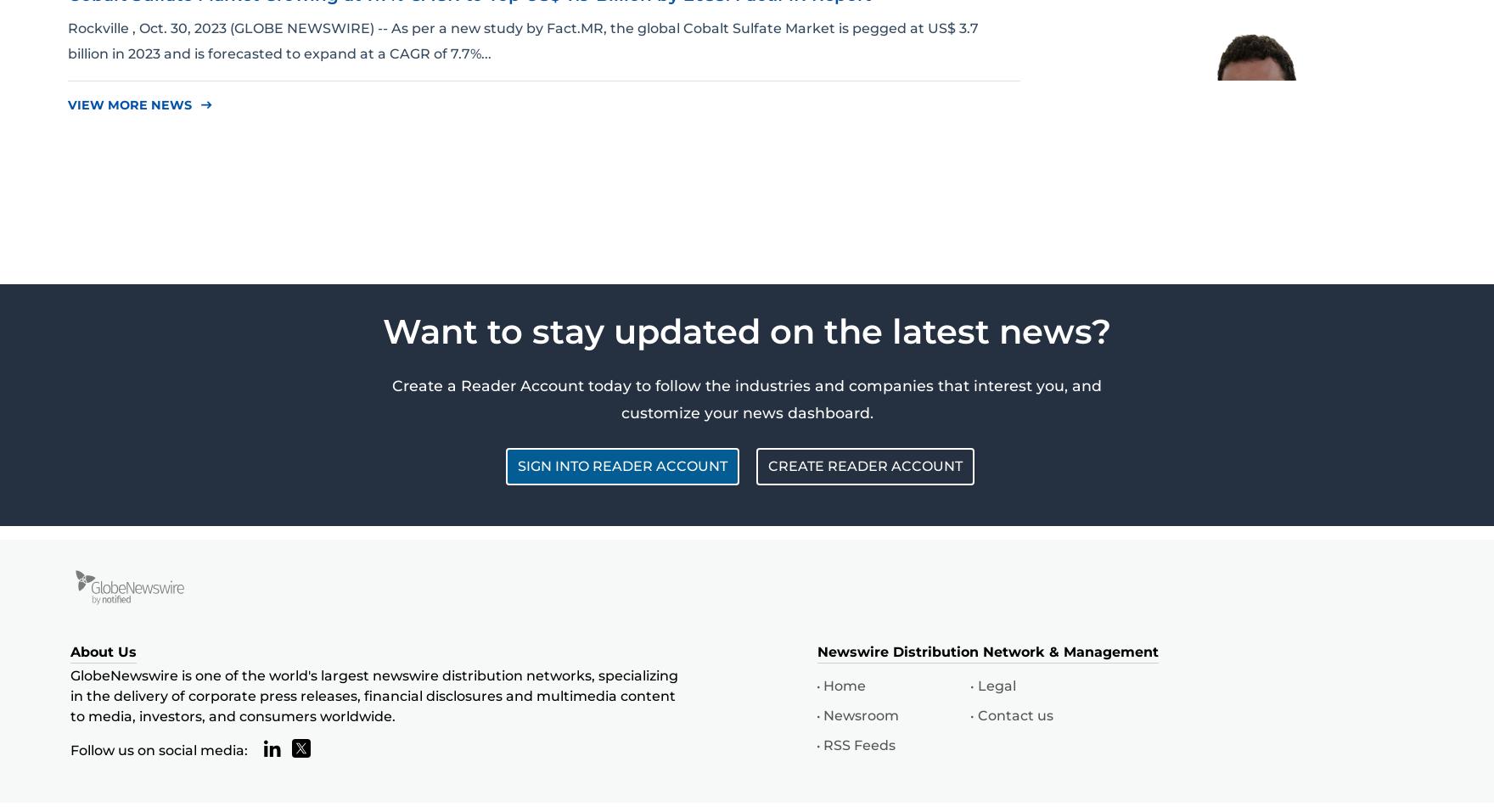  What do you see at coordinates (865, 466) in the screenshot?
I see `'CREATE READER ACCOUNT'` at bounding box center [865, 466].